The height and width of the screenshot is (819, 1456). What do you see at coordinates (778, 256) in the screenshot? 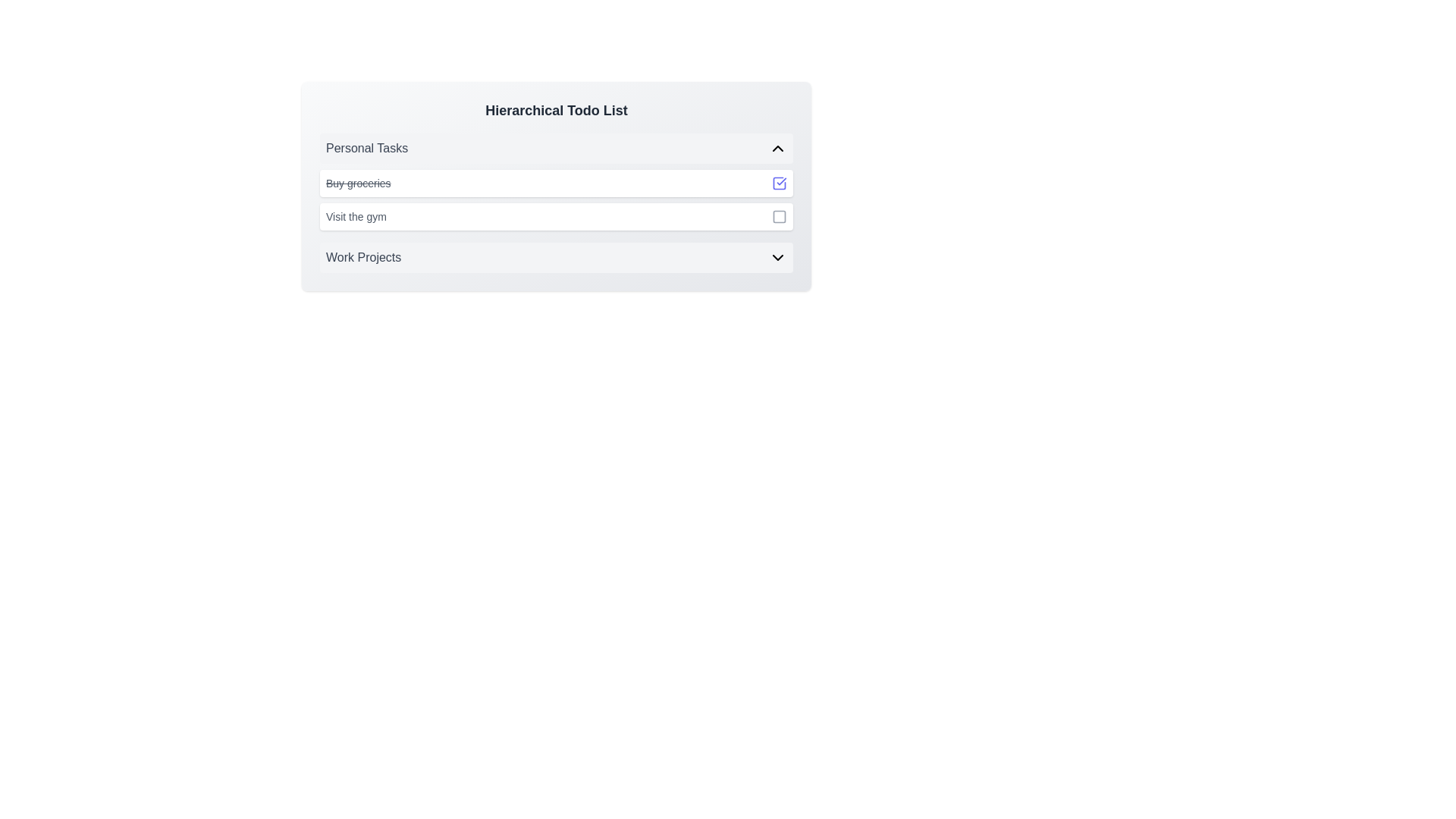
I see `the Chevron toggle button icon located at the far right of the 'Work Projects' row to provide visual feedback` at bounding box center [778, 256].